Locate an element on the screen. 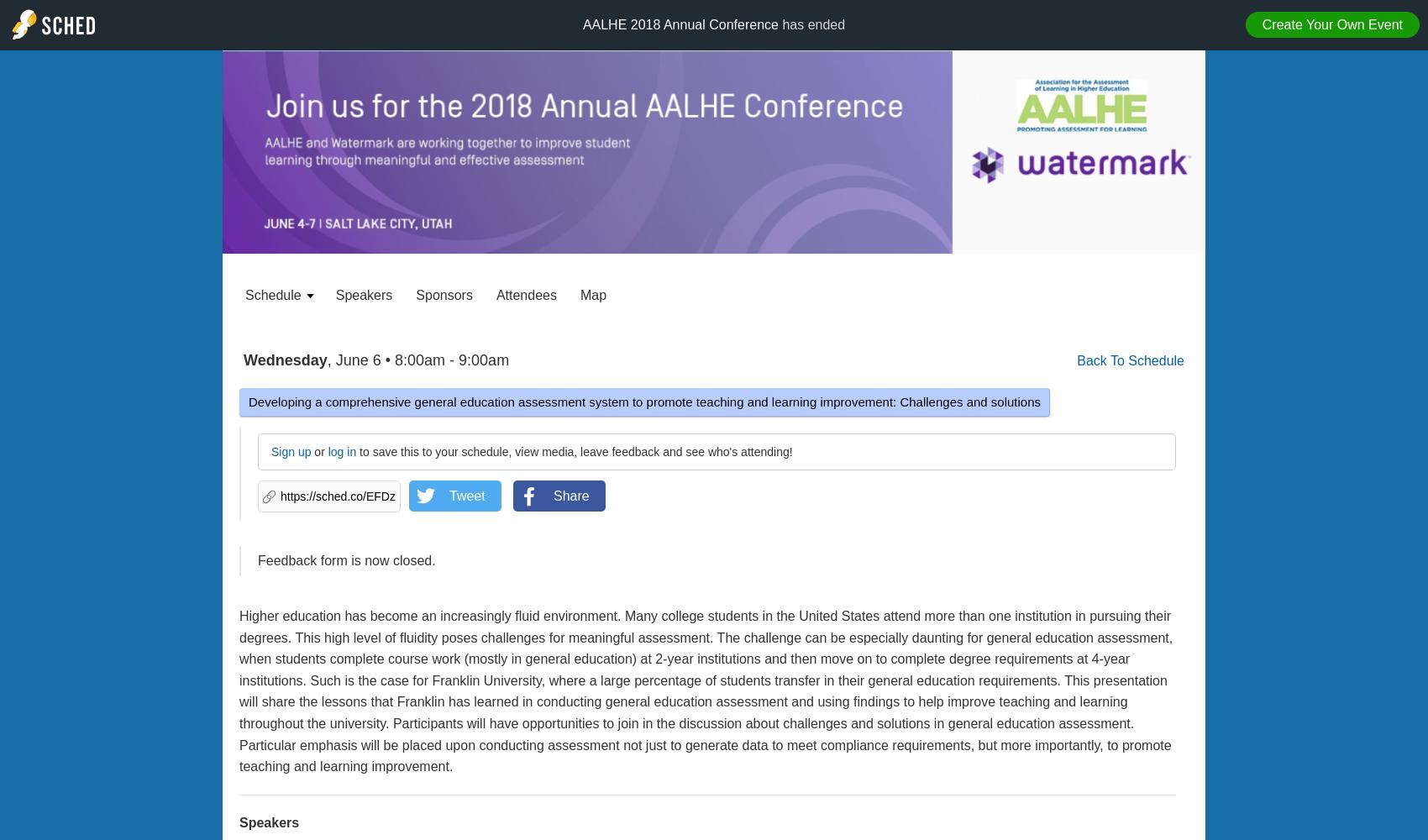  ', June  6 •
       8:00am -  9:00am' is located at coordinates (325, 360).